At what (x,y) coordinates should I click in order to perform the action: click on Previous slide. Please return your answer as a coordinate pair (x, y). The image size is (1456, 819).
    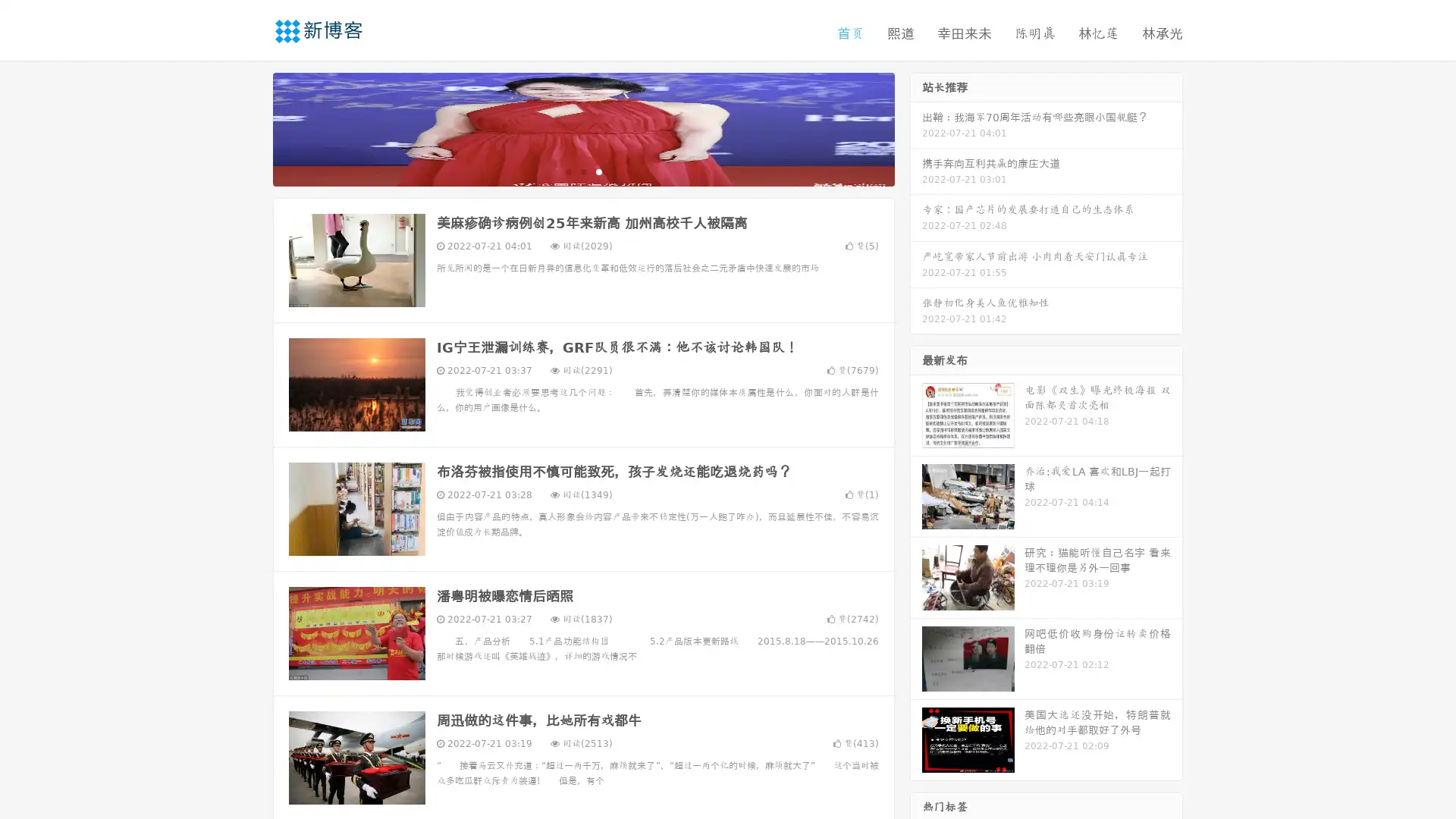
    Looking at the image, I should click on (250, 127).